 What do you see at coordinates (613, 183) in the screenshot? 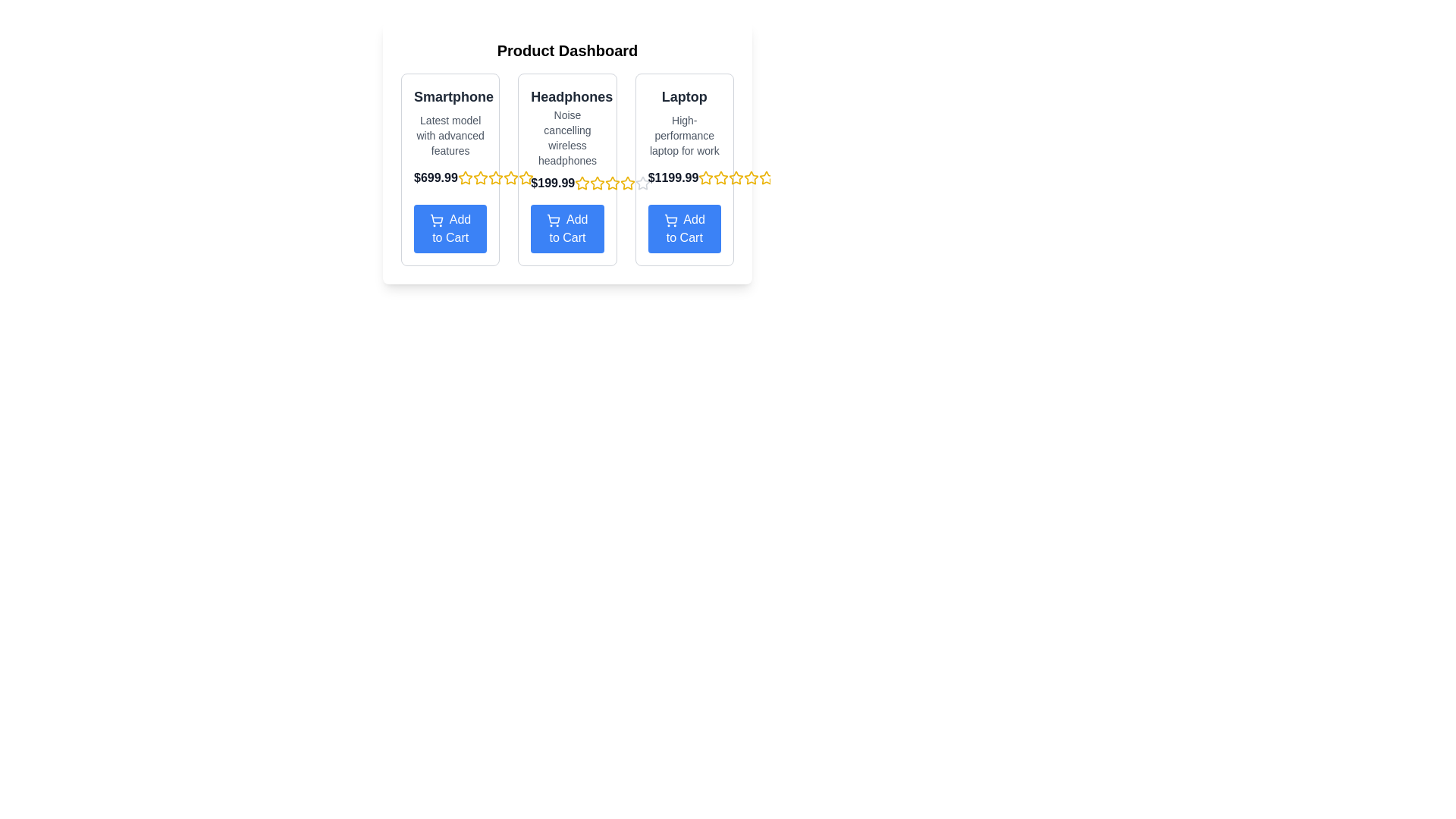
I see `the fourth star icon in the rating interface for the 'Headphones' product to indicate a rating` at bounding box center [613, 183].